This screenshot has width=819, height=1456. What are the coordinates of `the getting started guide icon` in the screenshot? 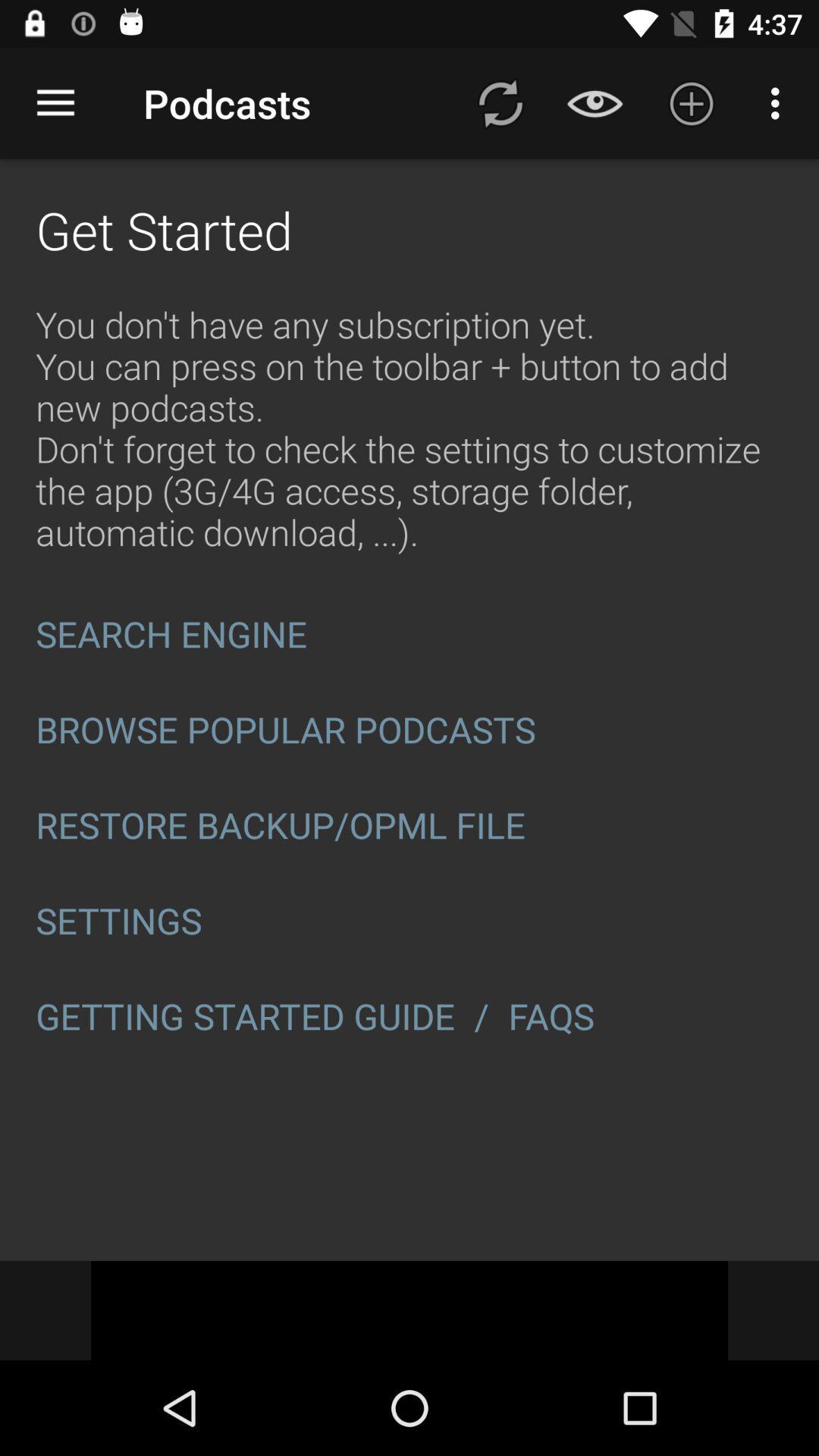 It's located at (244, 1016).